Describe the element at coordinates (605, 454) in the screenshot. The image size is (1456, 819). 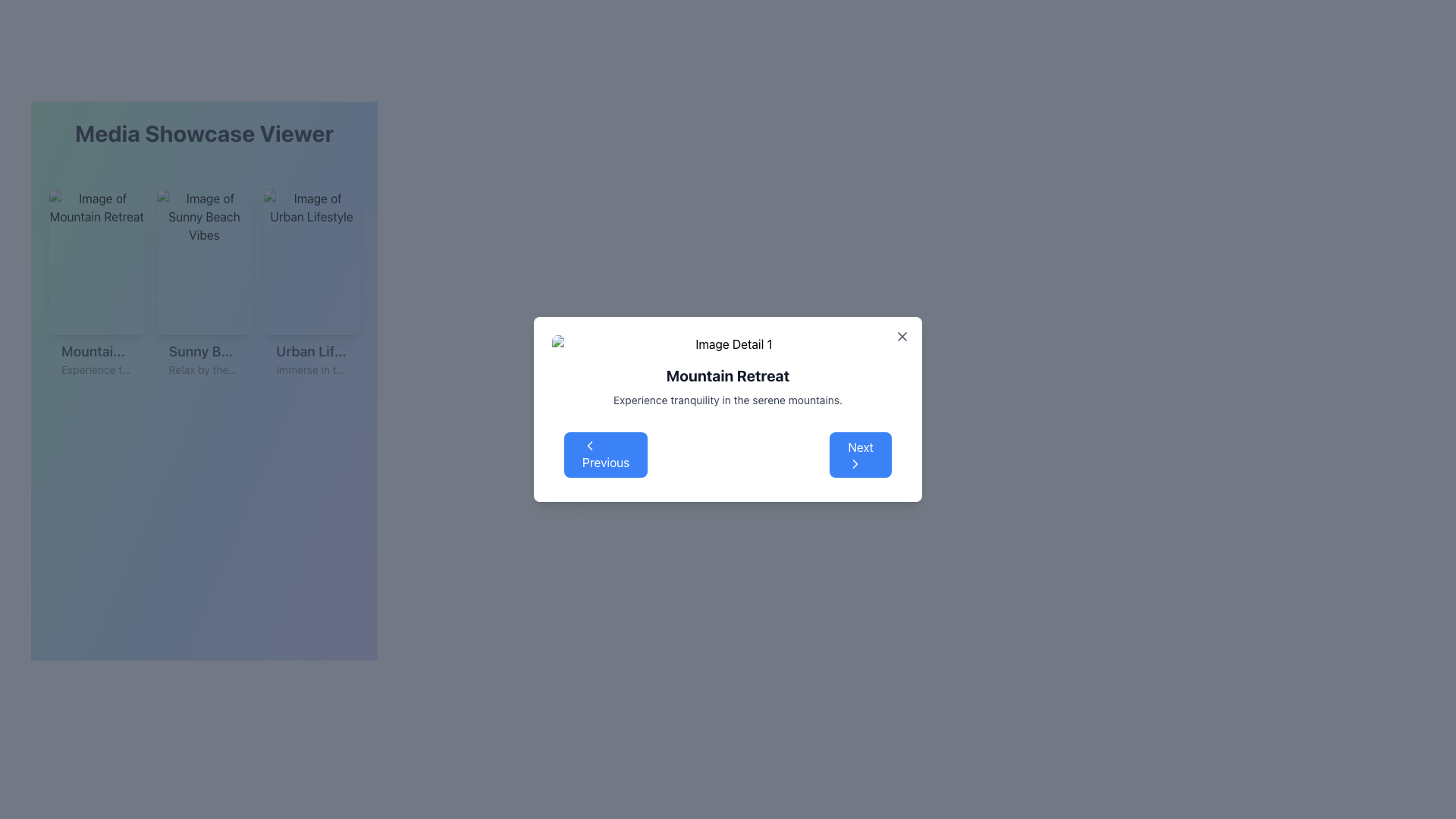
I see `the 'Previous' button located at the bottom left of the modal dialog box` at that location.